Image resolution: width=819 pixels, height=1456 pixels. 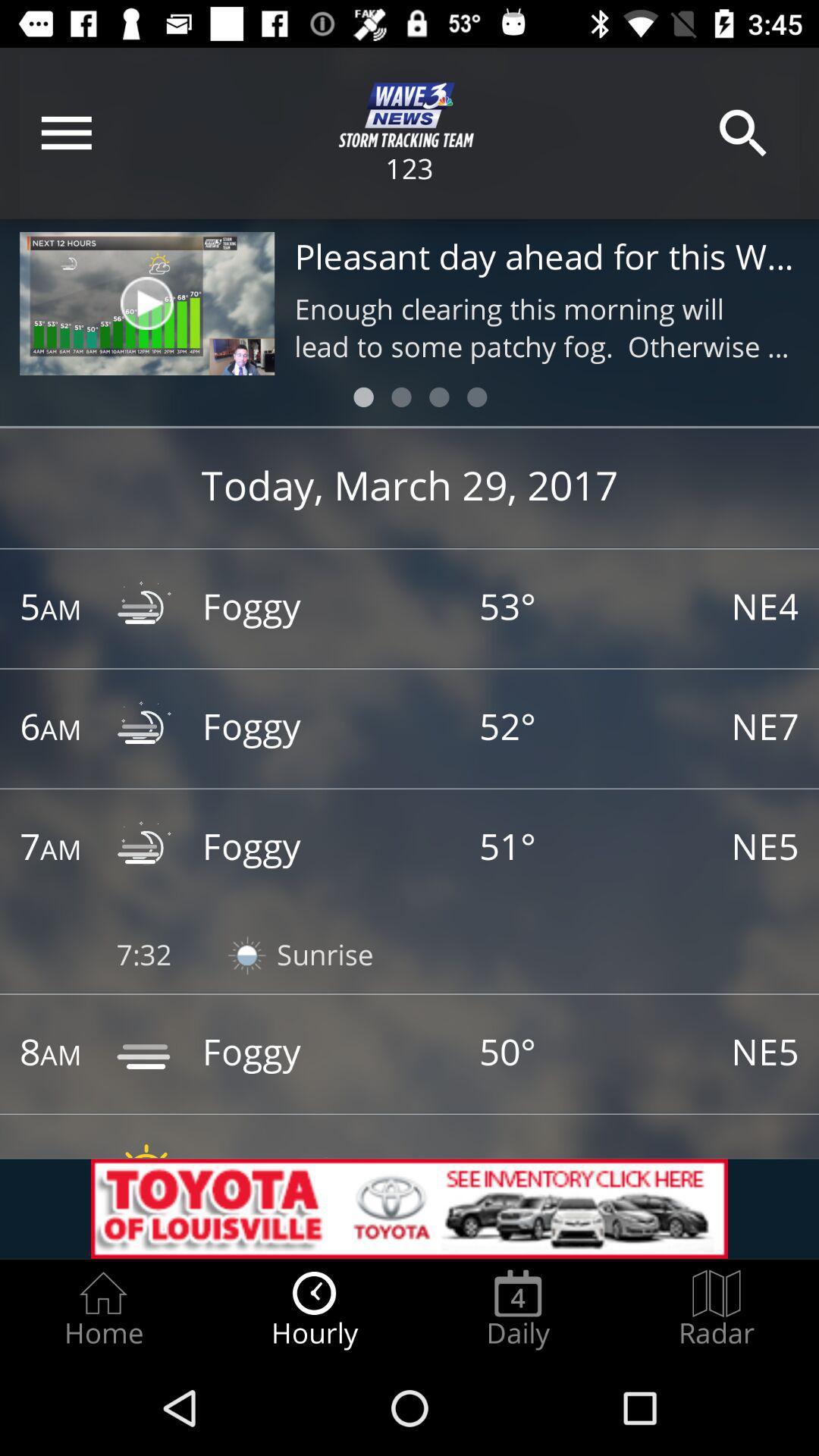 What do you see at coordinates (146, 1053) in the screenshot?
I see `icon right of 8 am` at bounding box center [146, 1053].